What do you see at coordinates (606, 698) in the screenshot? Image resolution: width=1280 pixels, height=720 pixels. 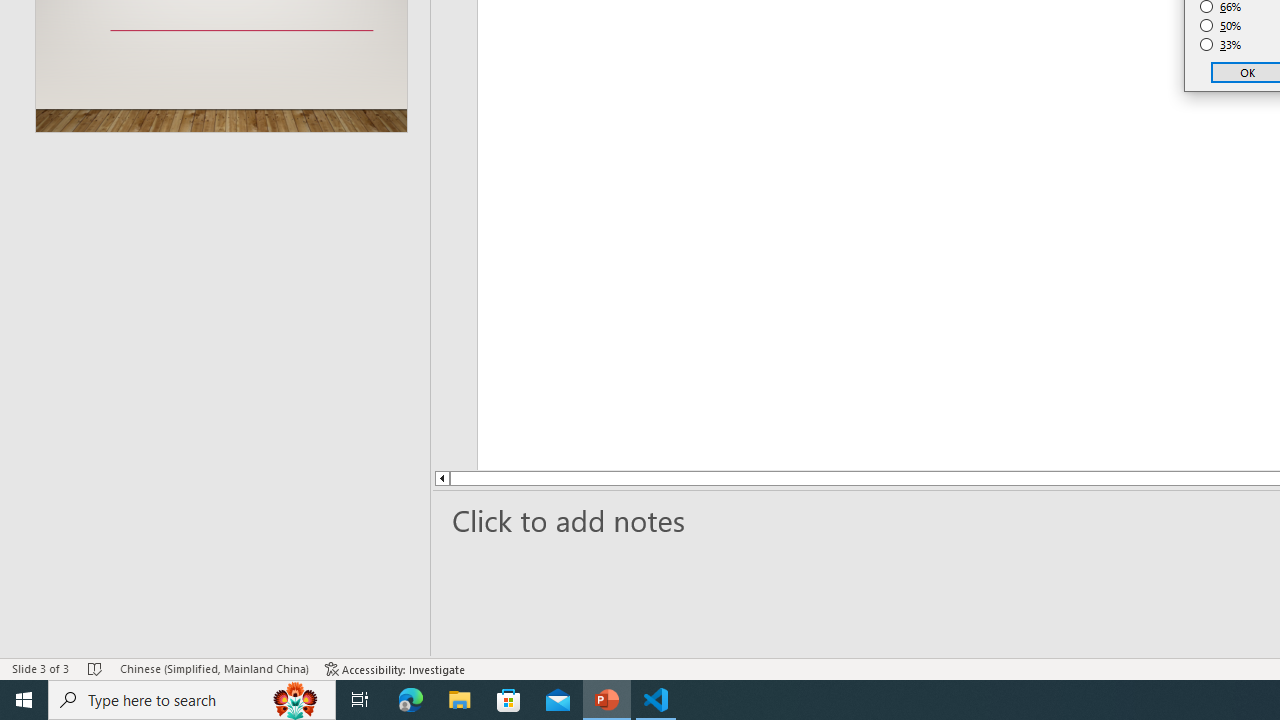 I see `'PowerPoint - 1 running window'` at bounding box center [606, 698].